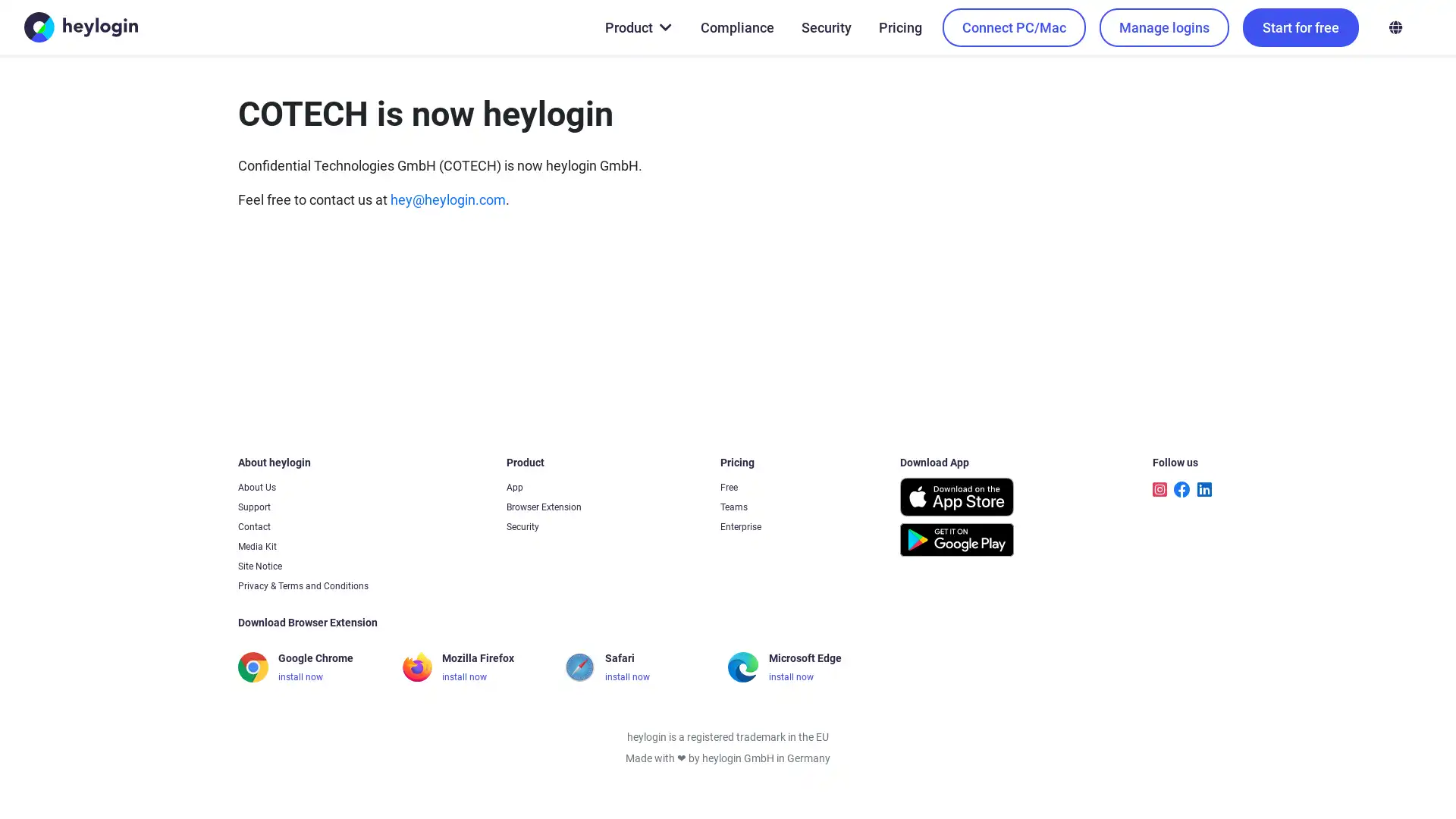 This screenshot has height=819, width=1456. What do you see at coordinates (637, 27) in the screenshot?
I see `Product` at bounding box center [637, 27].